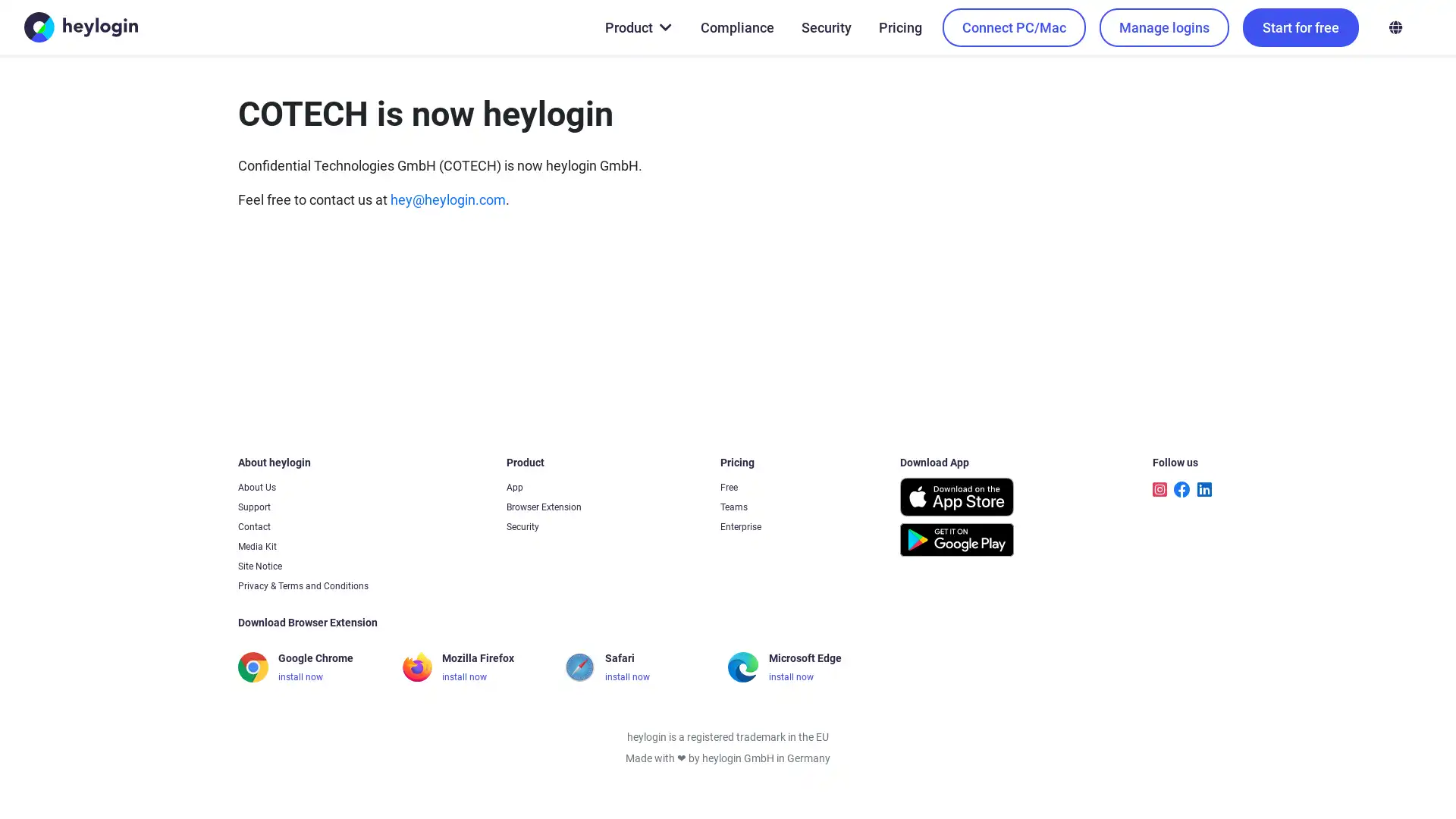 This screenshot has height=819, width=1456. What do you see at coordinates (637, 27) in the screenshot?
I see `Product` at bounding box center [637, 27].